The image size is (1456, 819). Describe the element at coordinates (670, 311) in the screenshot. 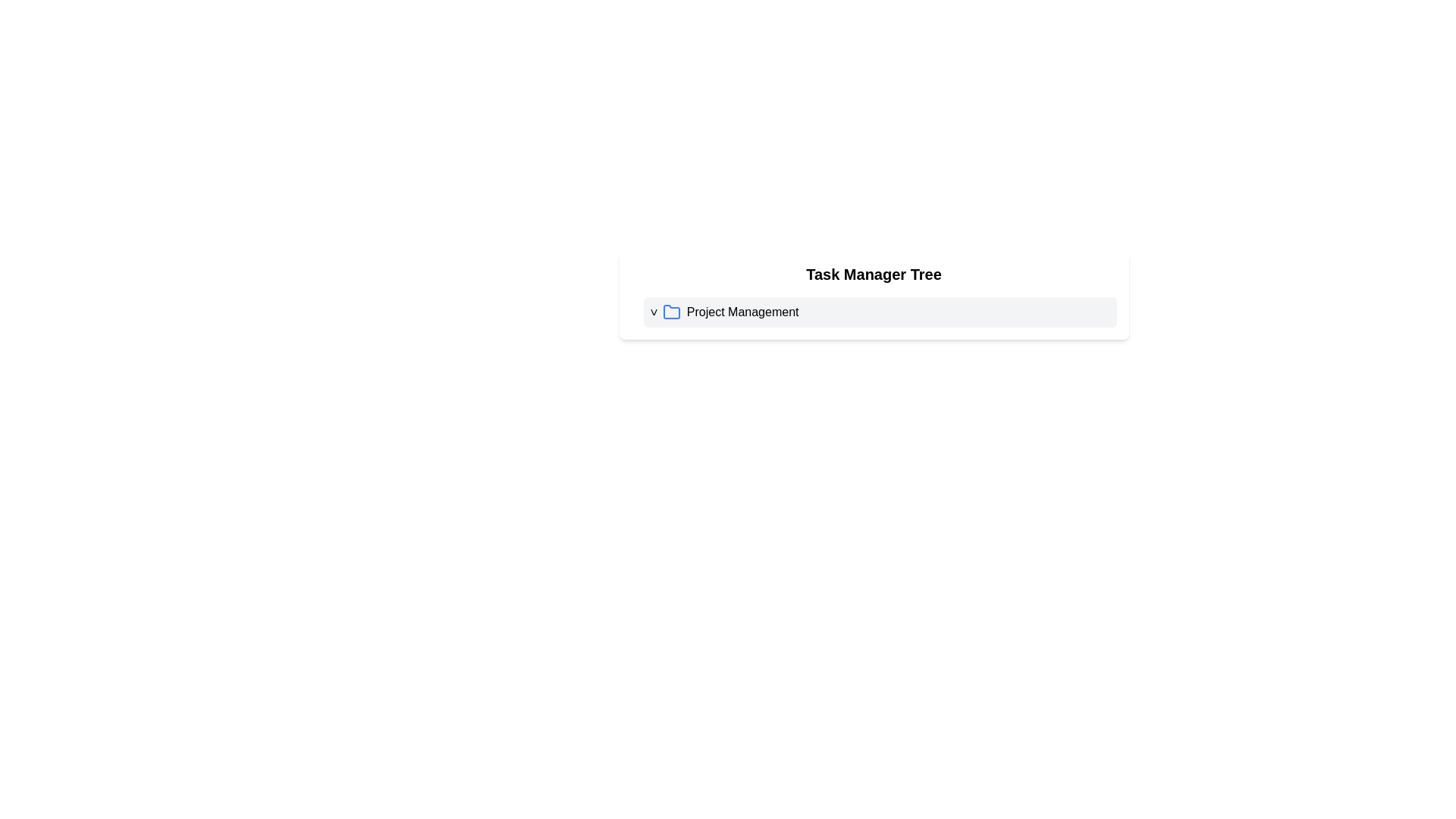

I see `the blue outlined folder icon located to the left of the 'Project Management' text in the 'Task Manager Tree' interface` at that location.